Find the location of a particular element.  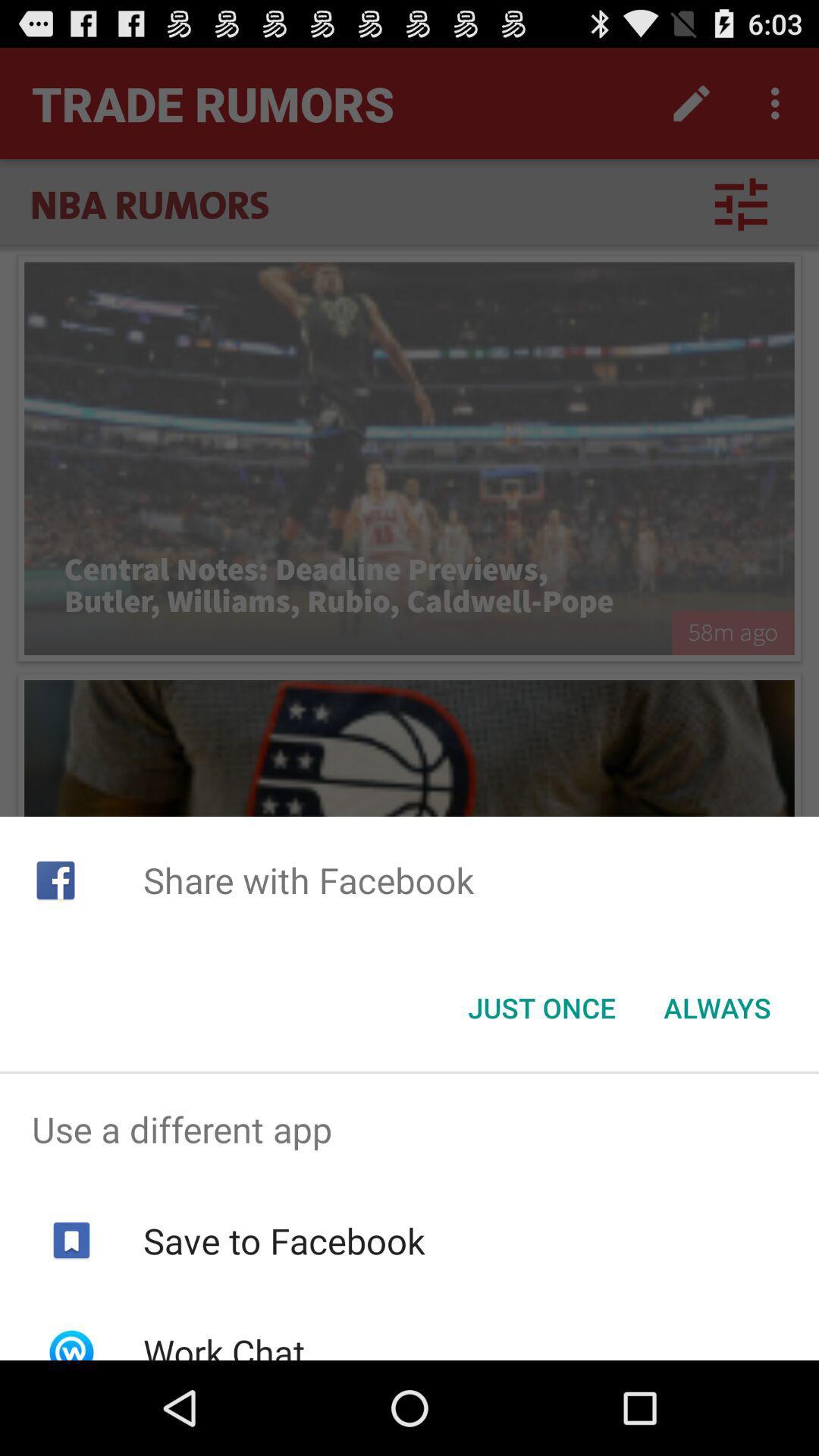

the button to the right of the just once icon is located at coordinates (717, 1008).